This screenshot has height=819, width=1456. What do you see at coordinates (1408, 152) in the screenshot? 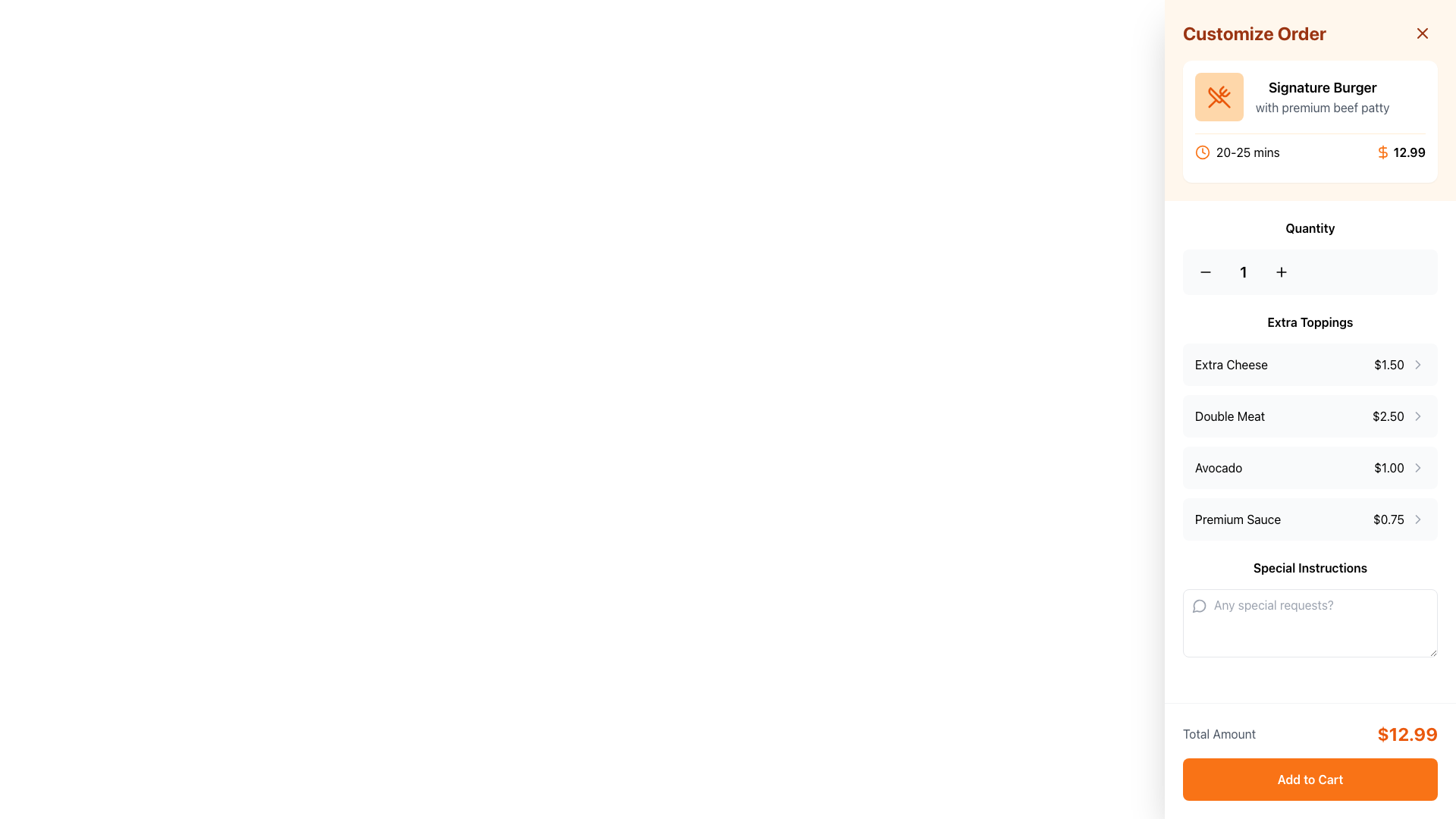
I see `the area around the Text Label displaying the price '12.99' in bold font, located in the top section of the 'Customize Order' panel, to initiate related interactions` at bounding box center [1408, 152].